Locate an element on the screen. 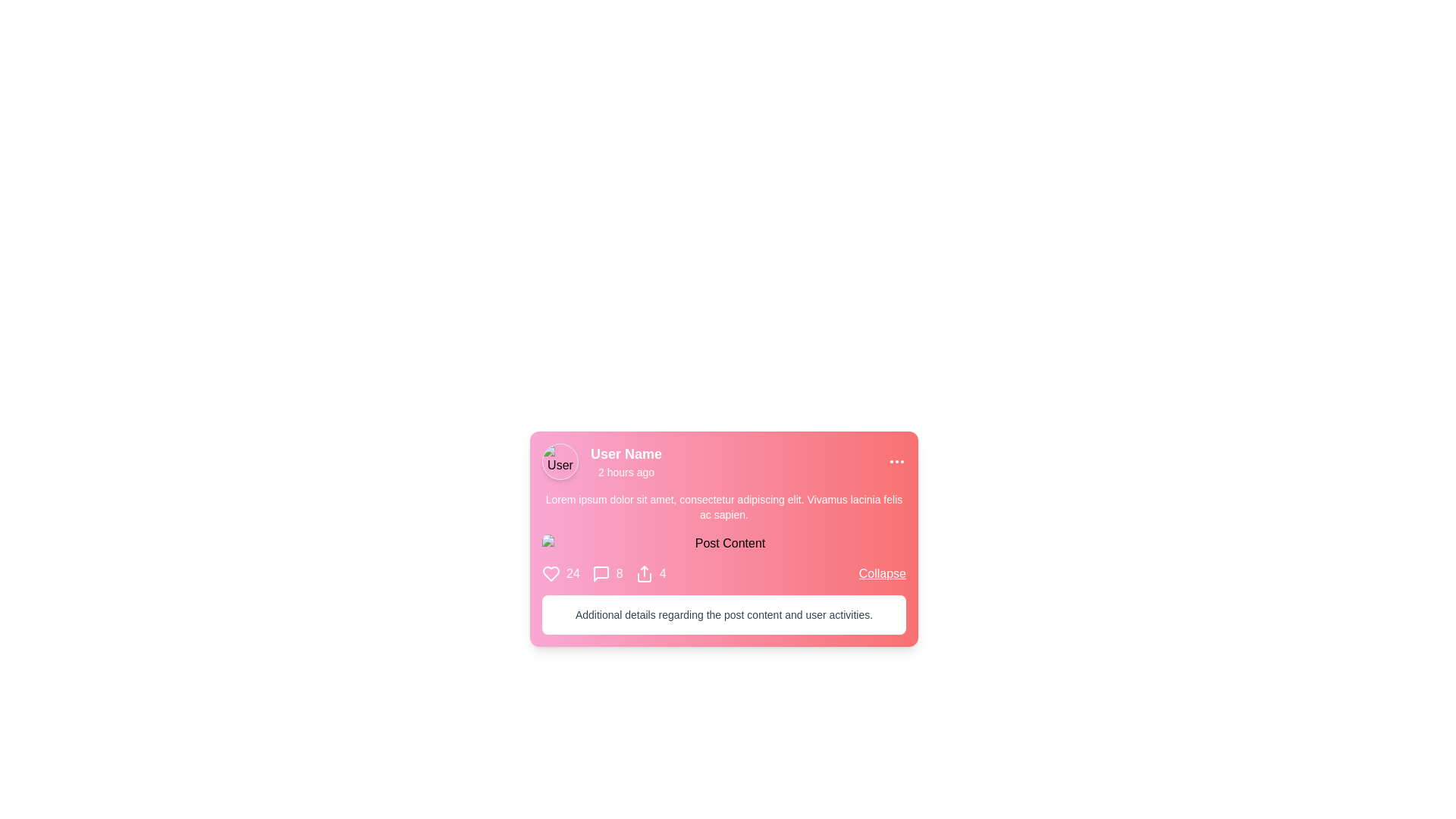  the numeric label displaying '8' next to the speech bubble icon is located at coordinates (603, 573).